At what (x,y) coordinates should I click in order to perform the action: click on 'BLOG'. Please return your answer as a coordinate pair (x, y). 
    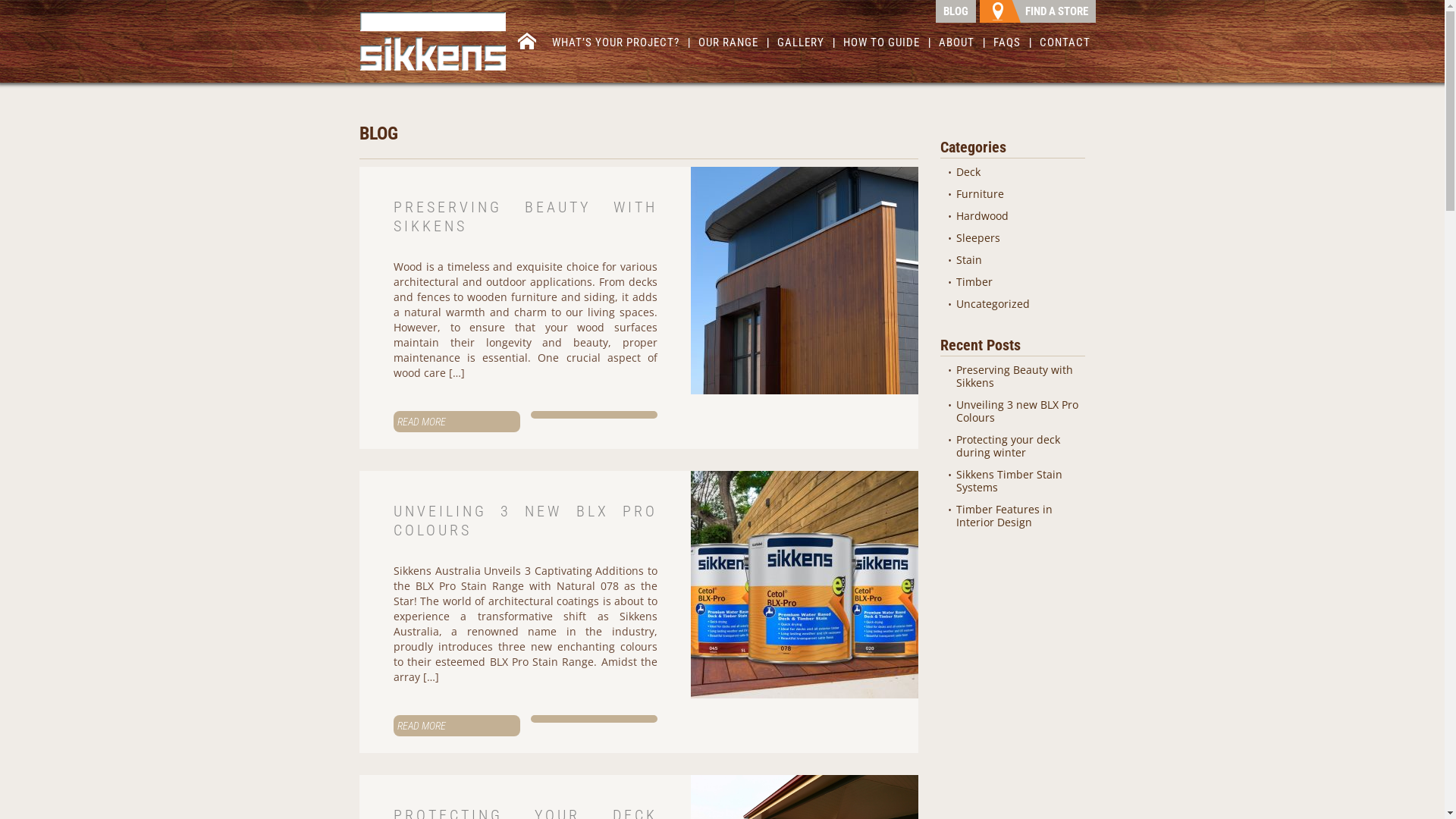
    Looking at the image, I should click on (955, 11).